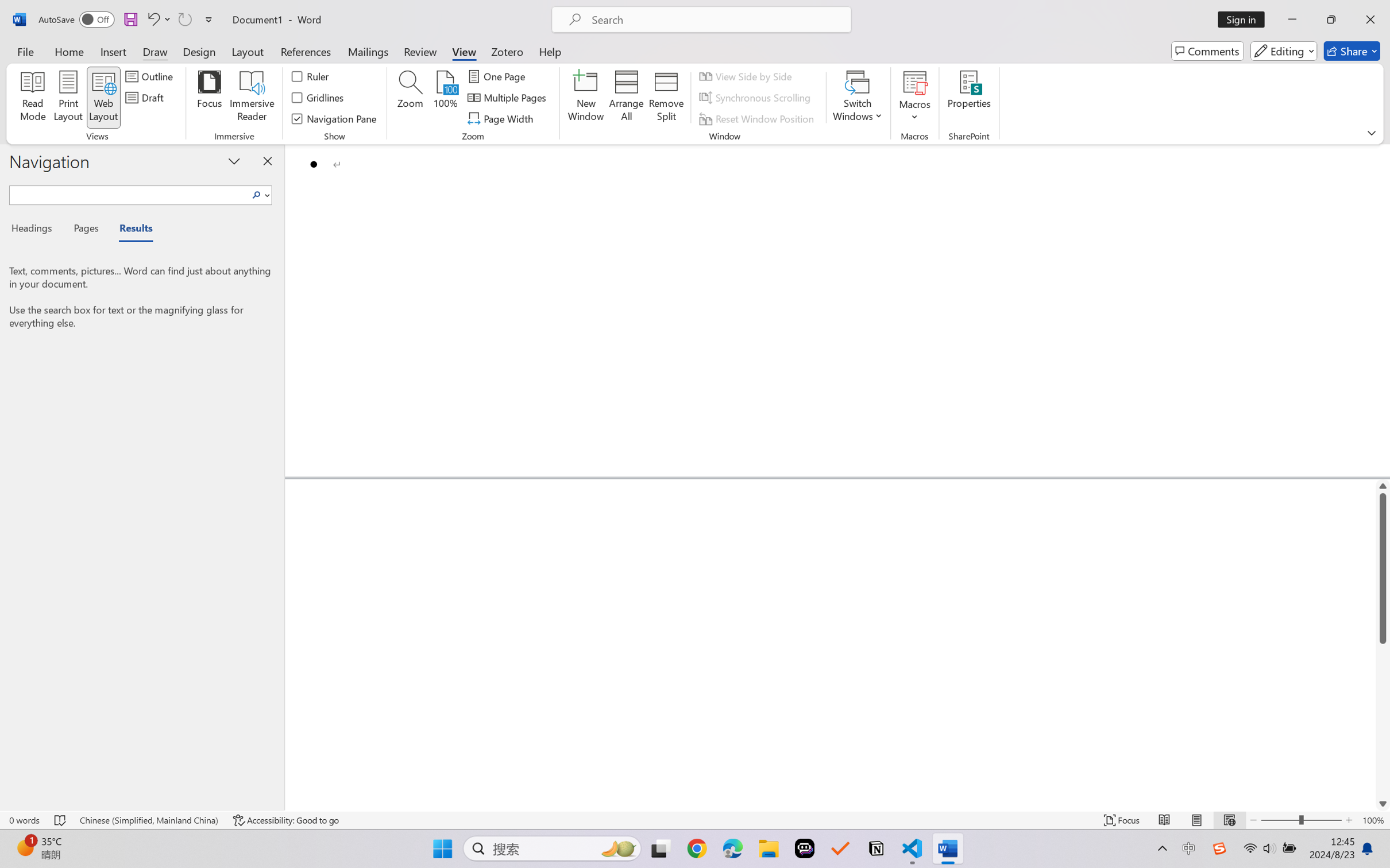 This screenshot has width=1390, height=868. I want to click on 'Line up', so click(1383, 486).